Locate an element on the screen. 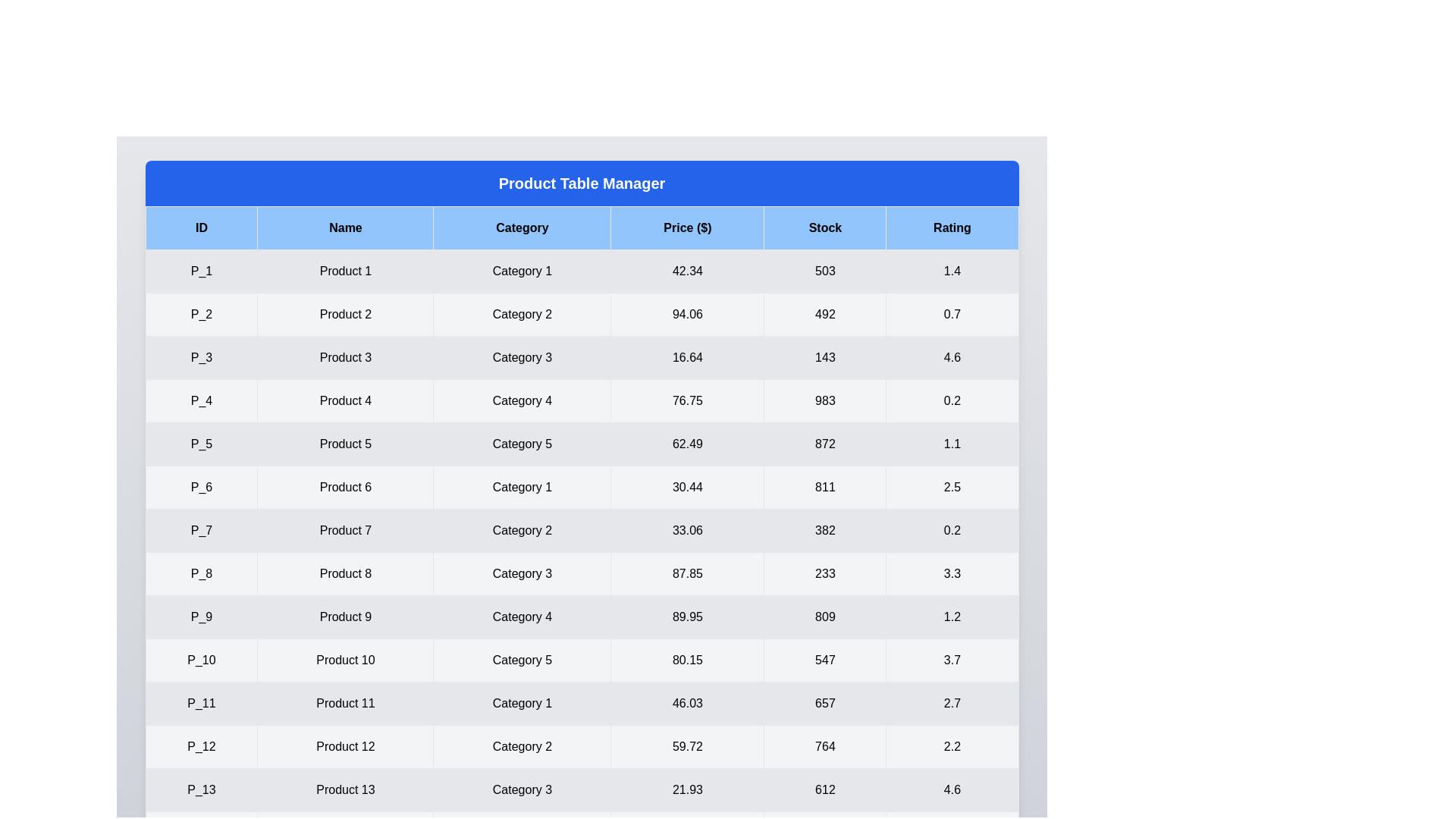 The width and height of the screenshot is (1456, 819). the header of the column Name is located at coordinates (345, 227).